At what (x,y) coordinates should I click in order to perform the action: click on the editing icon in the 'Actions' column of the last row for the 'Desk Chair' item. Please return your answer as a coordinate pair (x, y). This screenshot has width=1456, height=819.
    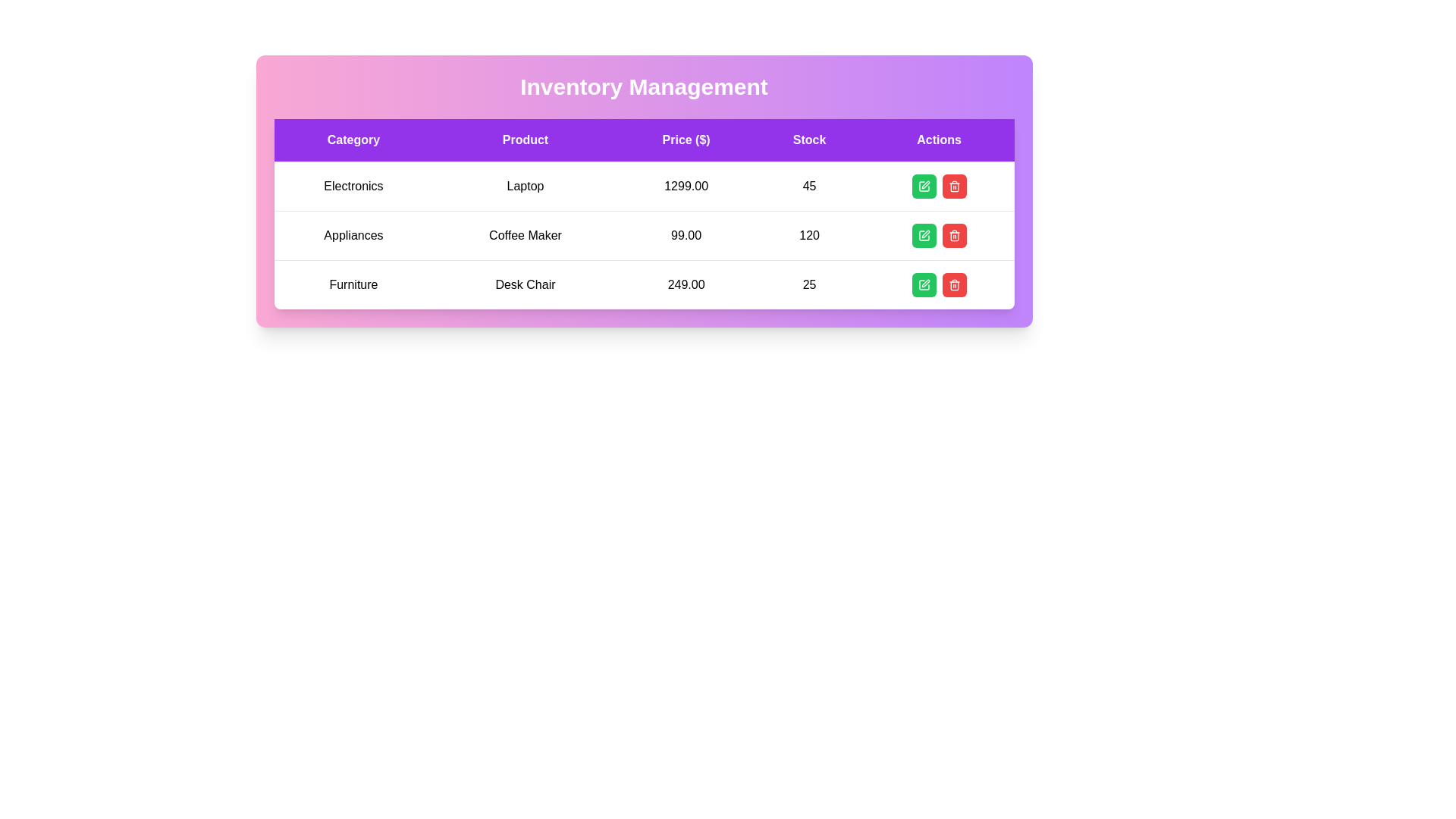
    Looking at the image, I should click on (924, 284).